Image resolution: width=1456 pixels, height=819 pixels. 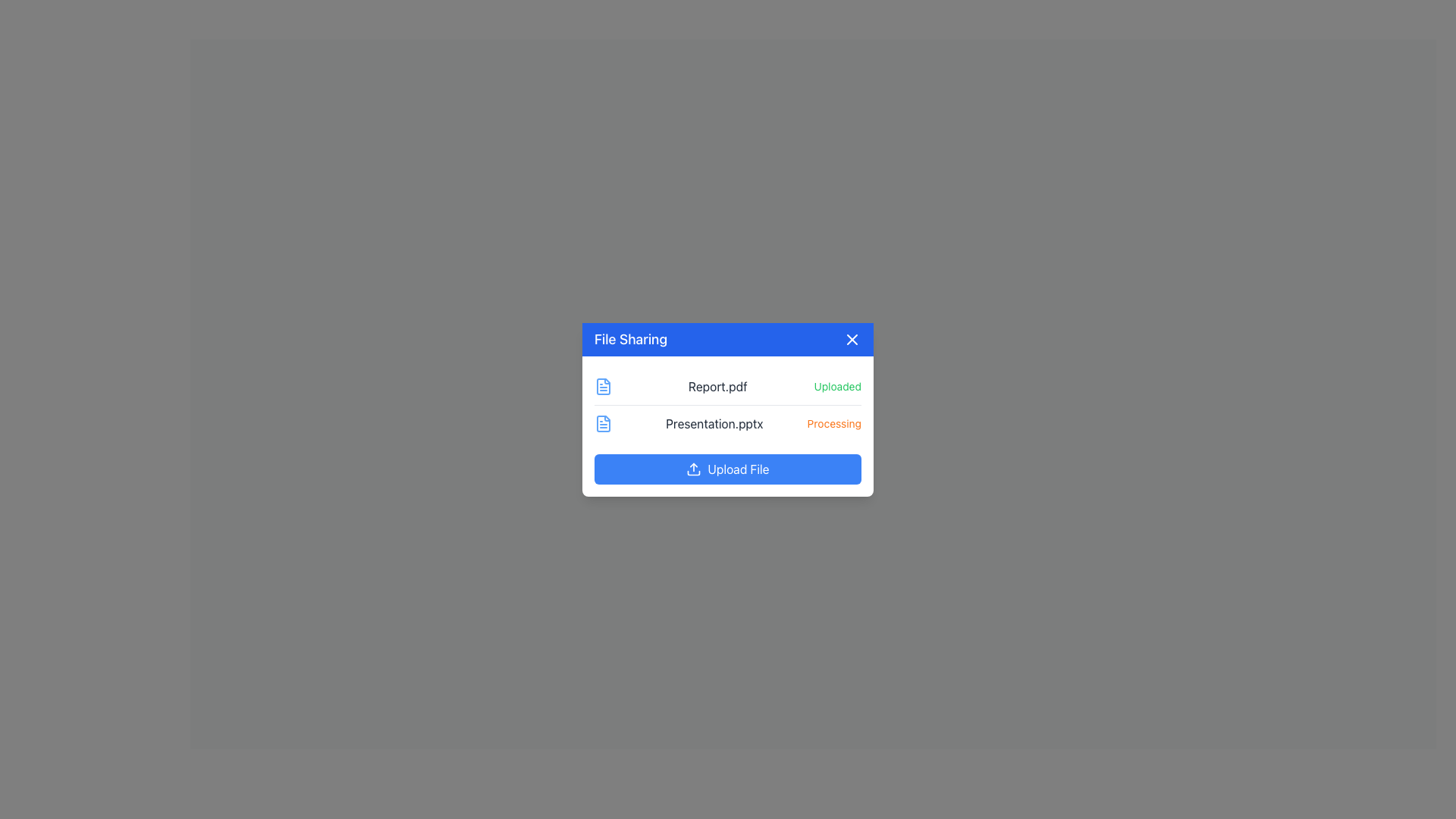 I want to click on the upload file icon located centrally inside the 'Upload File' button, which is positioned towards the left edge of the button's text label, so click(x=693, y=468).